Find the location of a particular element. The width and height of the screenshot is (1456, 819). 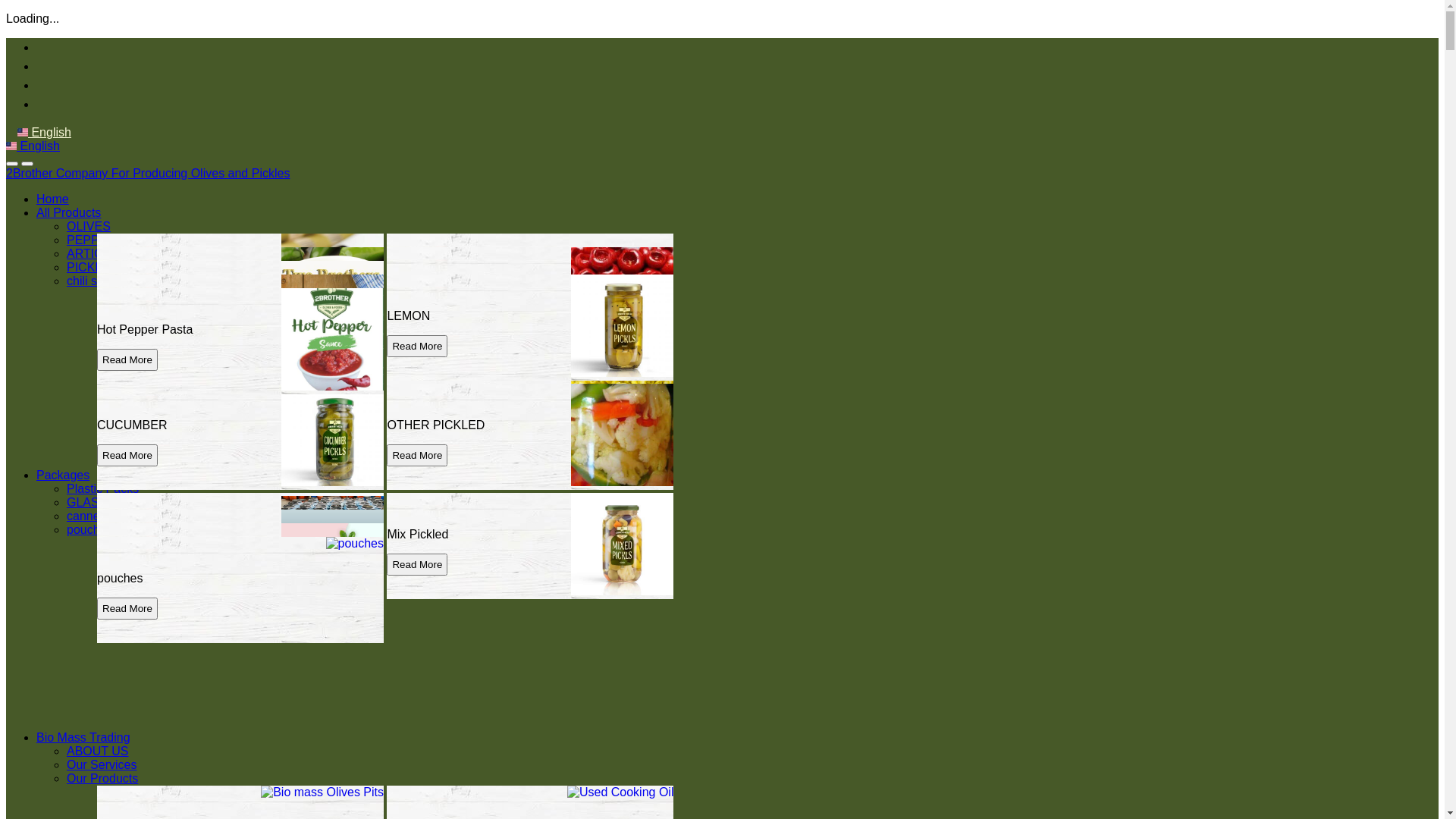

'Read More' is located at coordinates (417, 564).